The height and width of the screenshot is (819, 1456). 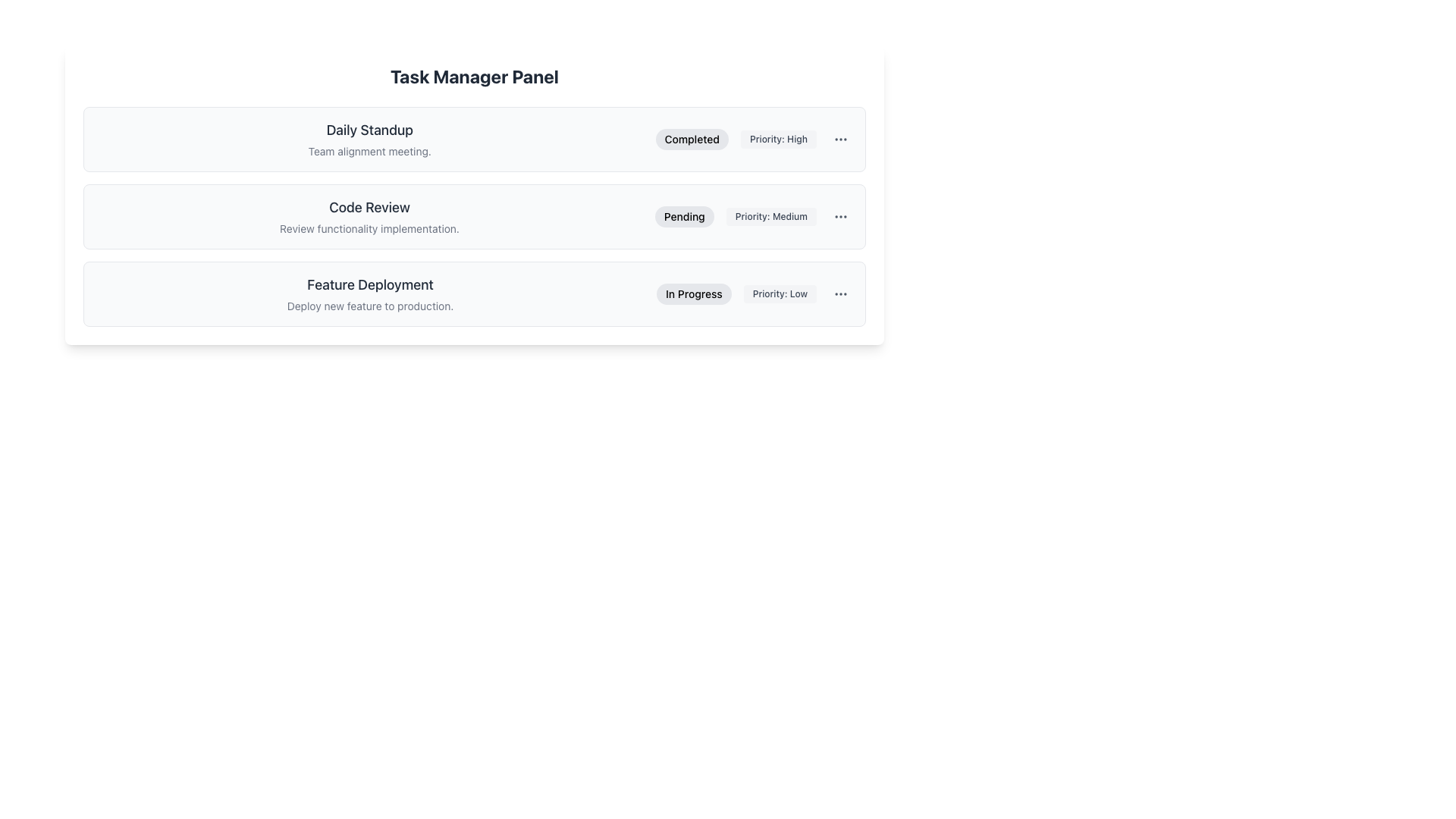 What do you see at coordinates (839, 294) in the screenshot?
I see `the Overflow menu icon (ellipsis) located at the far right end of the 'Feature Deployment' row` at bounding box center [839, 294].